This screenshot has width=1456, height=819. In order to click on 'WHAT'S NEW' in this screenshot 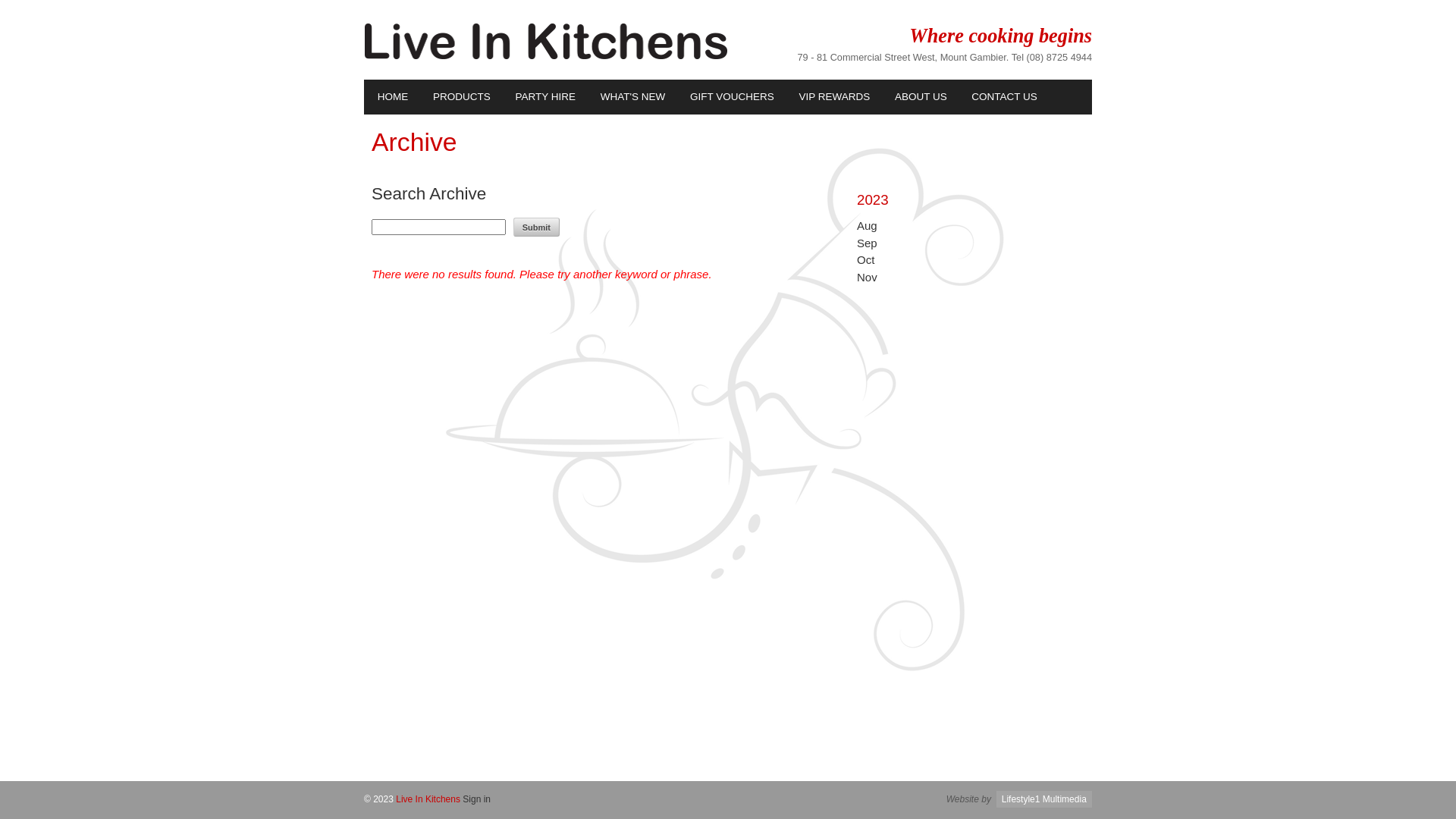, I will do `click(632, 97)`.